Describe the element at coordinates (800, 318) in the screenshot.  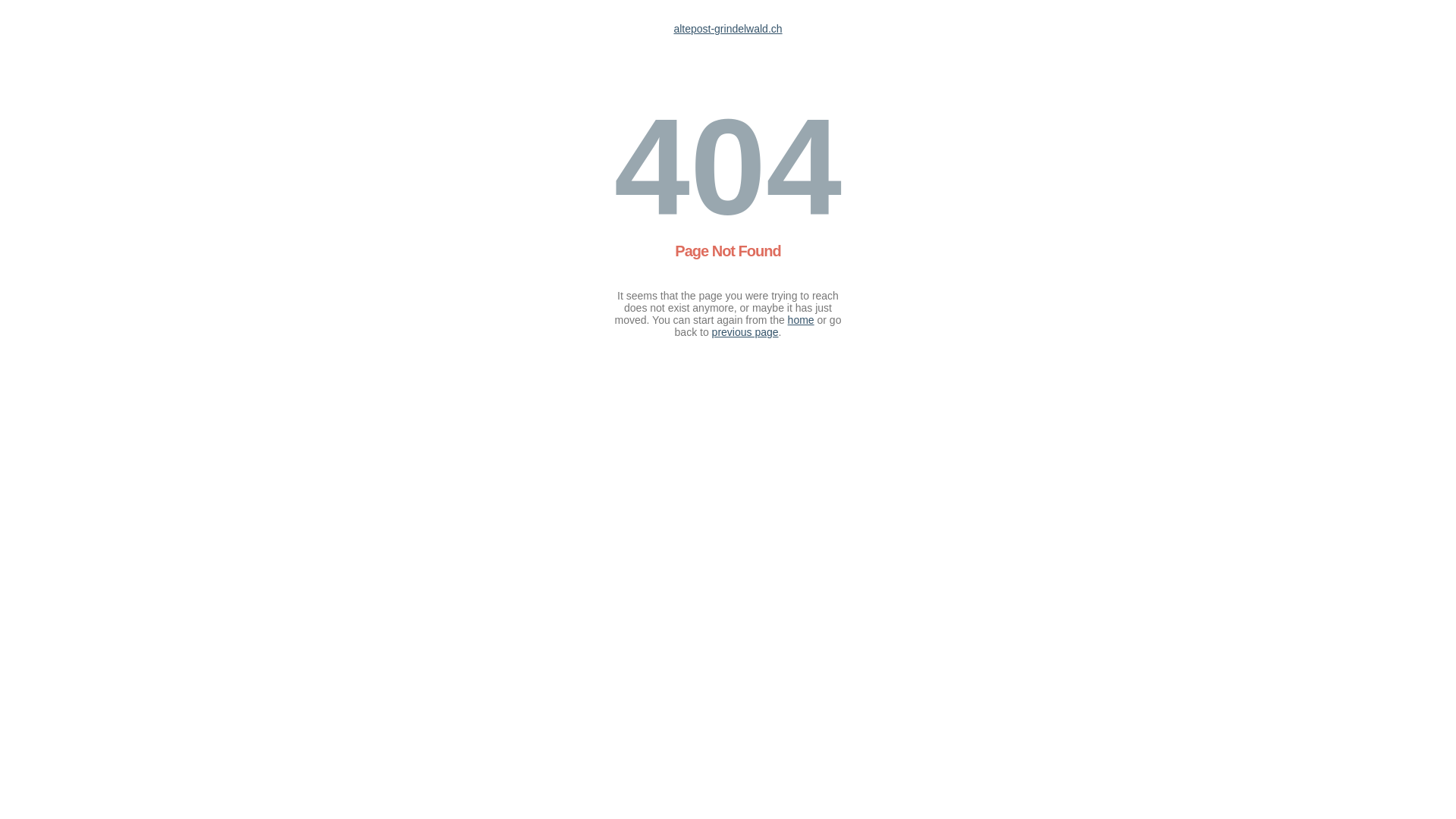
I see `'home'` at that location.